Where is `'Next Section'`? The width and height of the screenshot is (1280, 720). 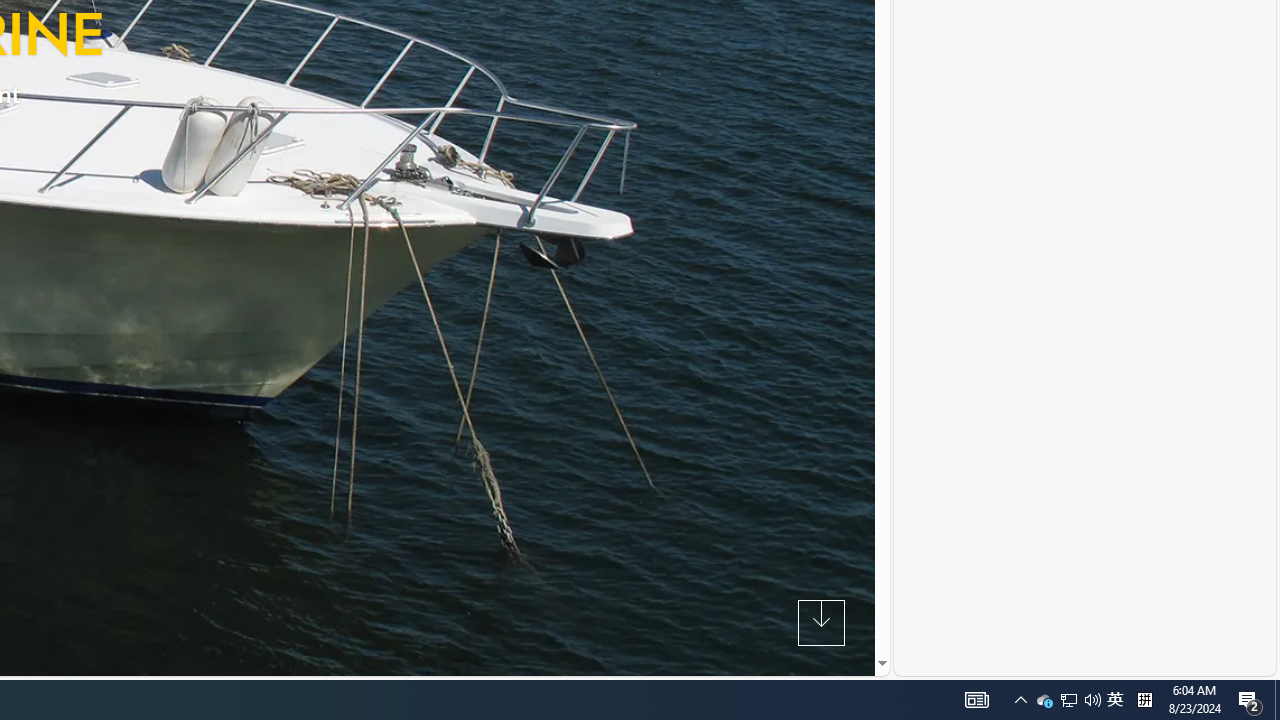
'Next Section' is located at coordinates (821, 621).